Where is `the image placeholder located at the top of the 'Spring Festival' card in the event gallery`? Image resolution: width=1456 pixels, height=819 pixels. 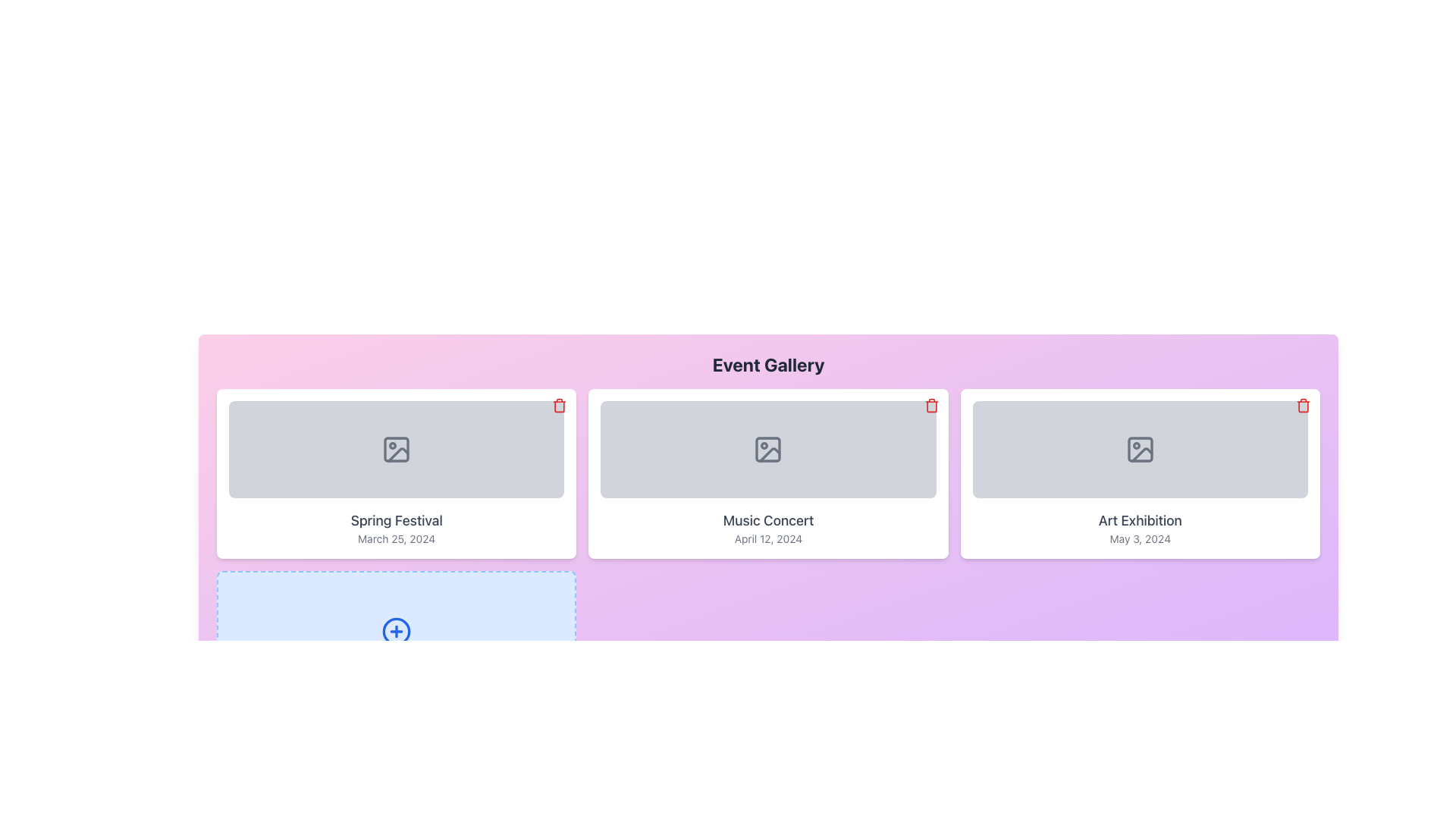
the image placeholder located at the top of the 'Spring Festival' card in the event gallery is located at coordinates (397, 449).